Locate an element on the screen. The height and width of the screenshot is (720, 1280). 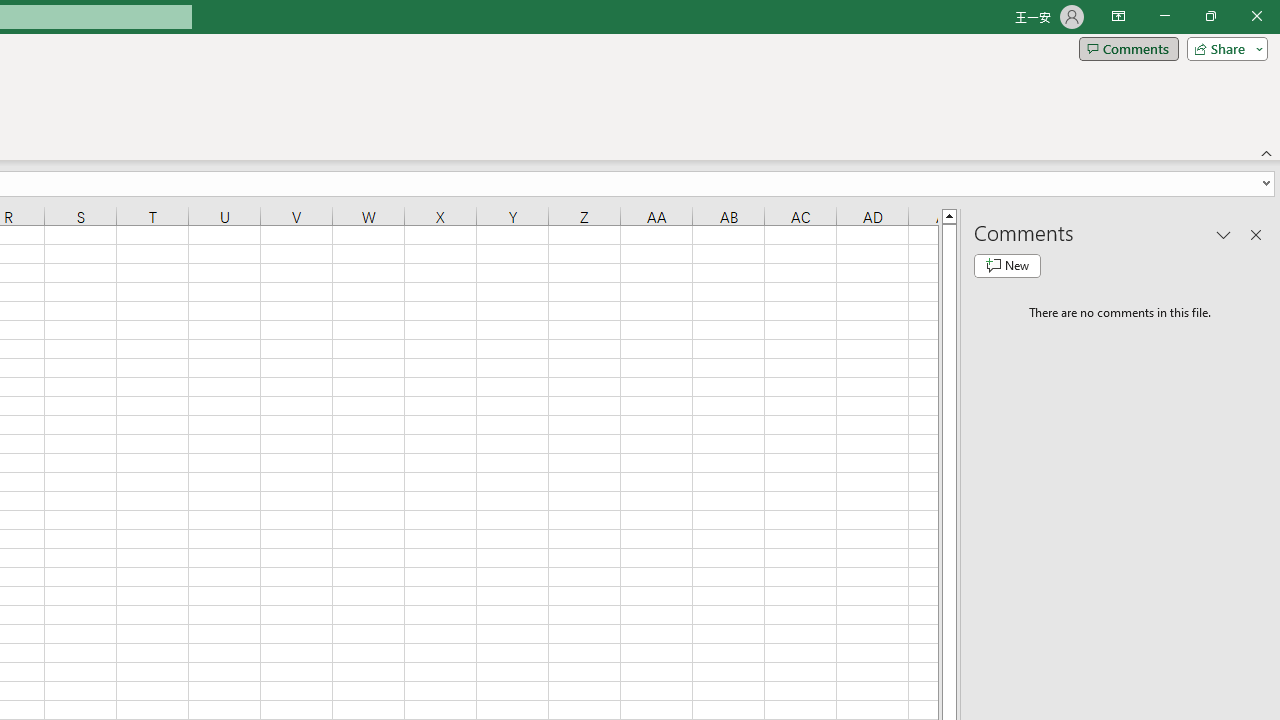
'Line up' is located at coordinates (948, 215).